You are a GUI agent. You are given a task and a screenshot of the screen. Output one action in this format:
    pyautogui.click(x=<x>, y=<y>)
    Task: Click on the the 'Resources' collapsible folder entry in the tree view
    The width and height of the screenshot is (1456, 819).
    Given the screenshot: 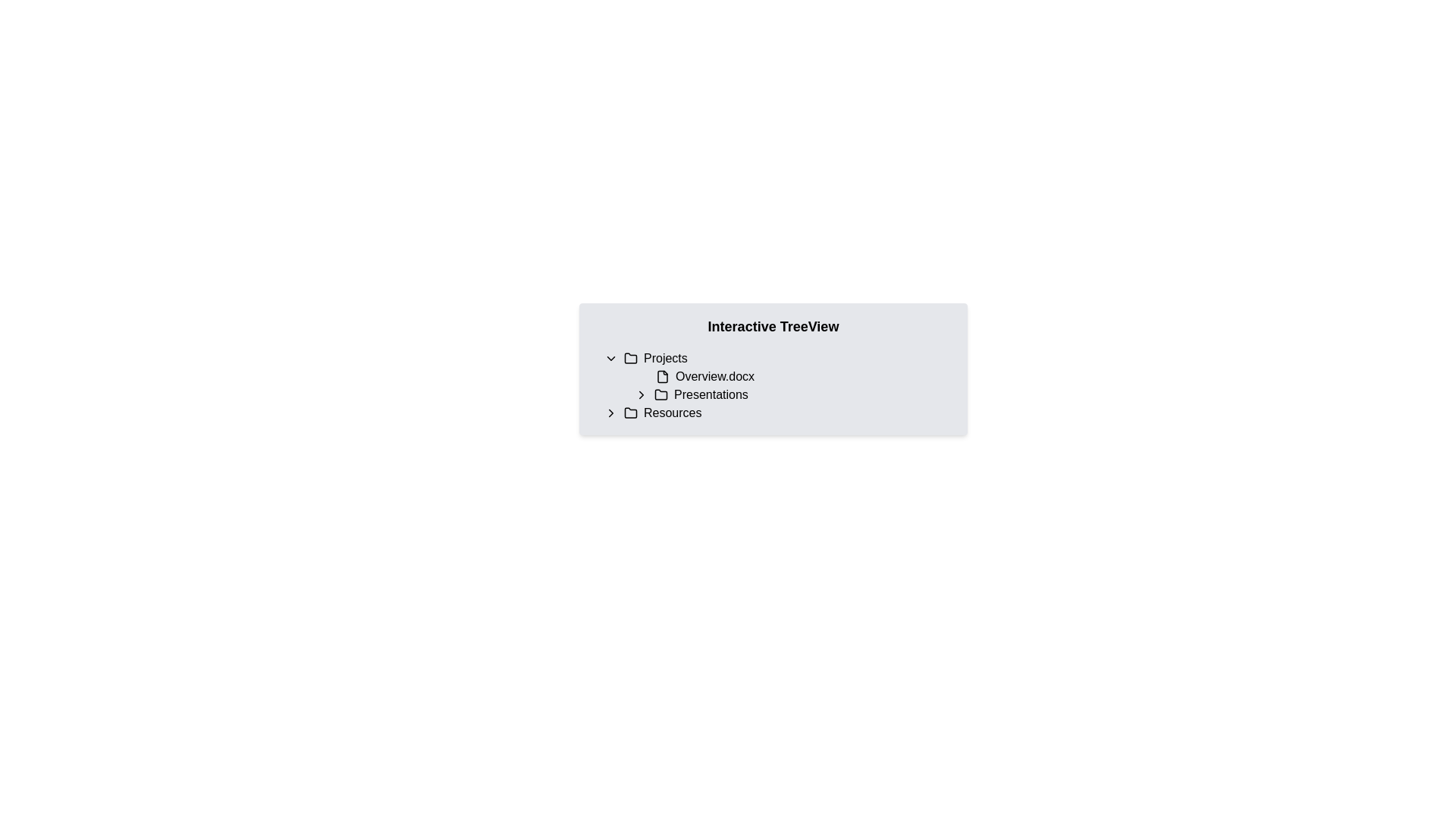 What is the action you would take?
    pyautogui.click(x=779, y=413)
    